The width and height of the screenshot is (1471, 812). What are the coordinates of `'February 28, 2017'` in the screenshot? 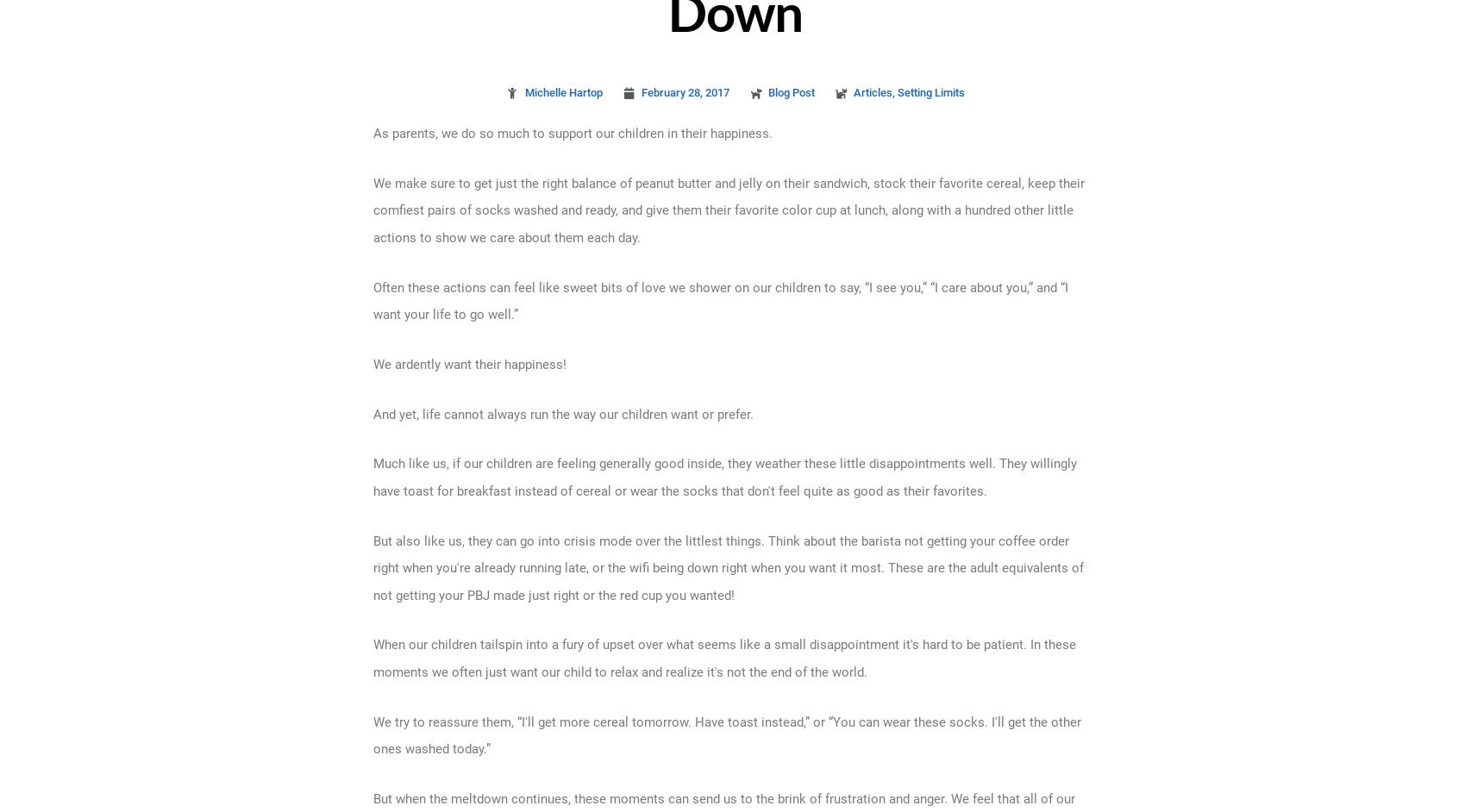 It's located at (639, 92).